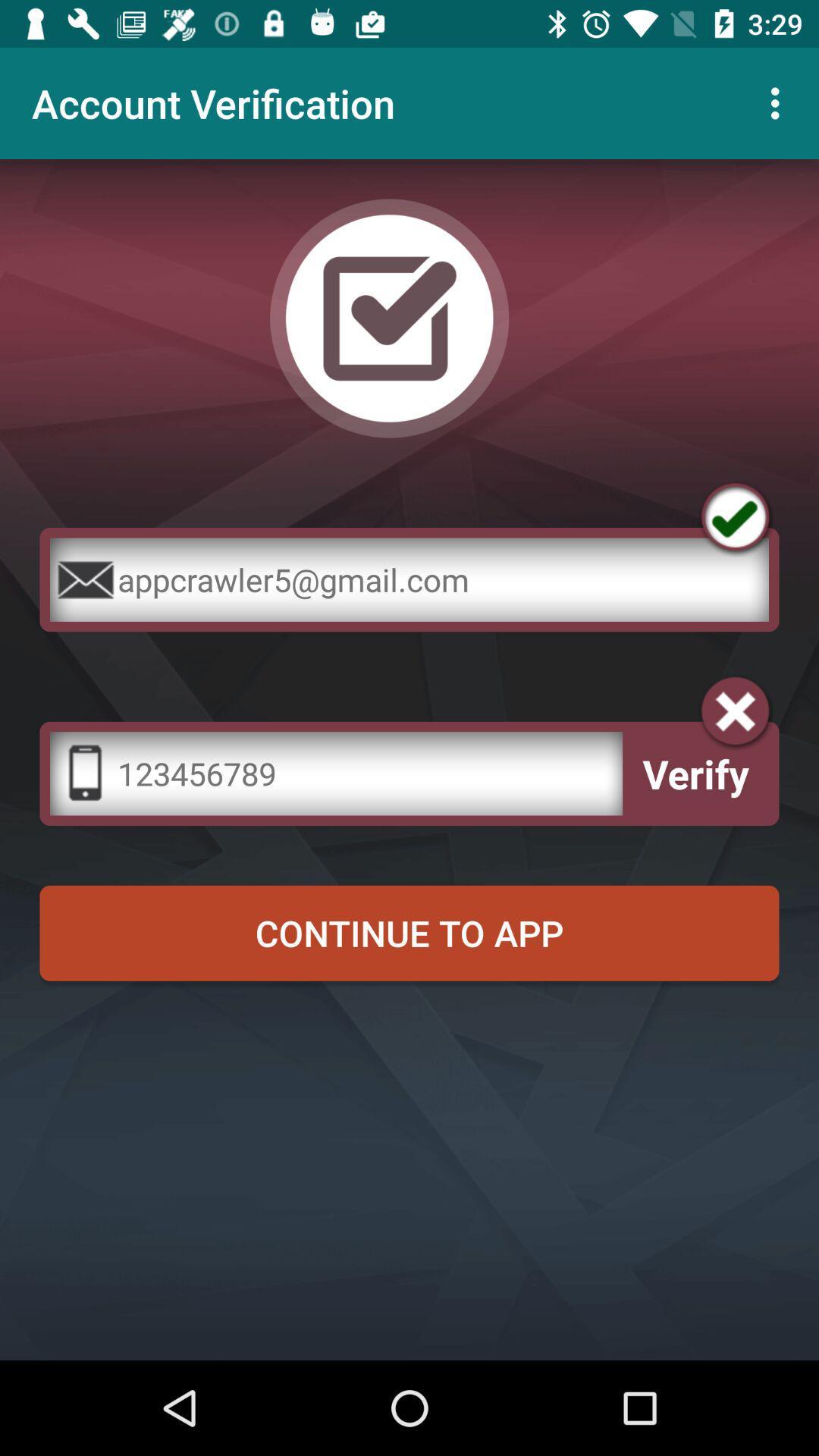 Image resolution: width=819 pixels, height=1456 pixels. I want to click on icon to the right of account verification app, so click(779, 102).